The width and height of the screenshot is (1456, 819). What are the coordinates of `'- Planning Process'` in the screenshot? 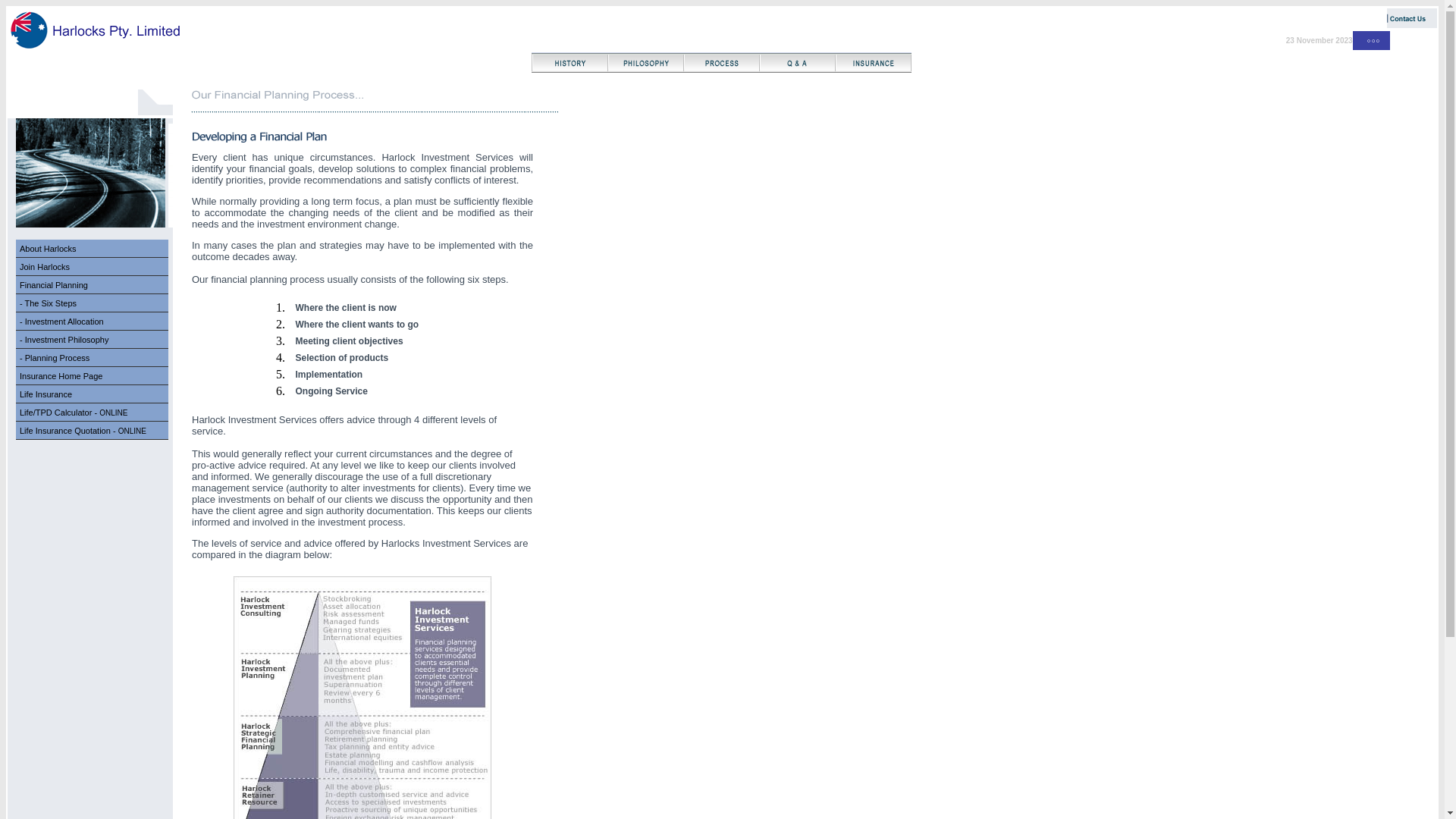 It's located at (91, 357).